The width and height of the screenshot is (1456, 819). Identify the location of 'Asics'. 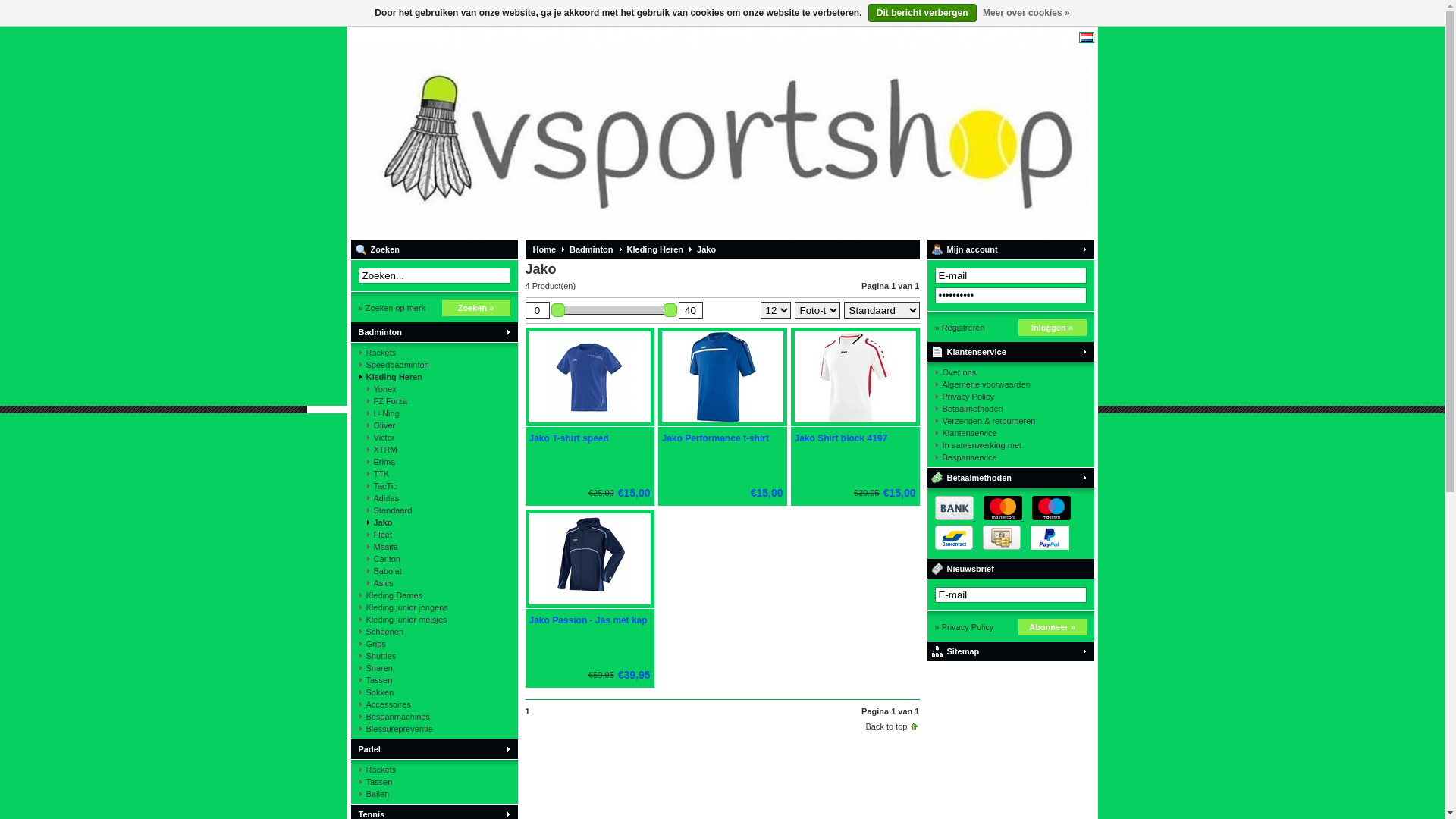
(356, 582).